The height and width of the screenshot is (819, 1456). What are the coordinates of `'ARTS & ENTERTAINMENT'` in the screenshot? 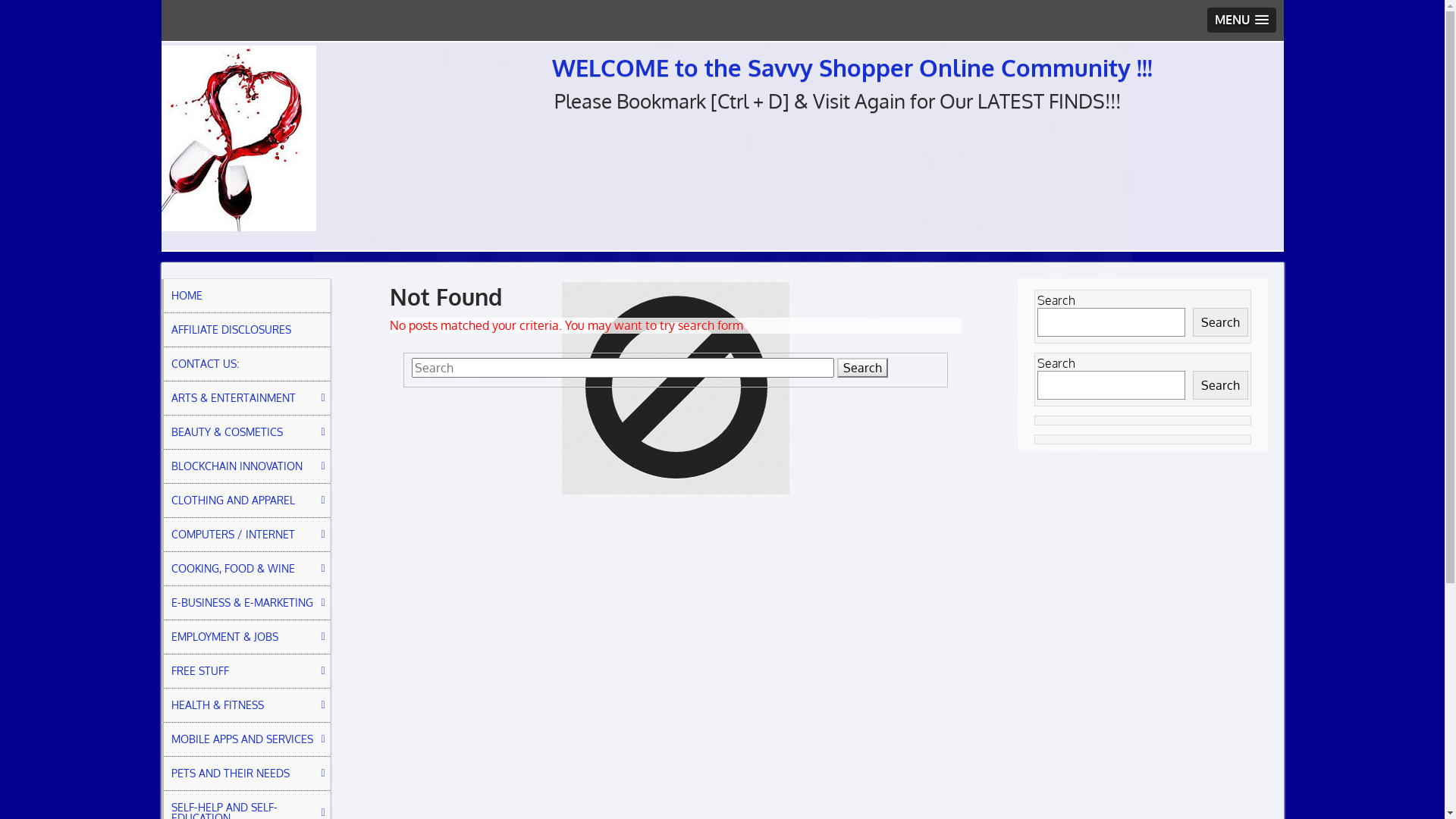 It's located at (246, 397).